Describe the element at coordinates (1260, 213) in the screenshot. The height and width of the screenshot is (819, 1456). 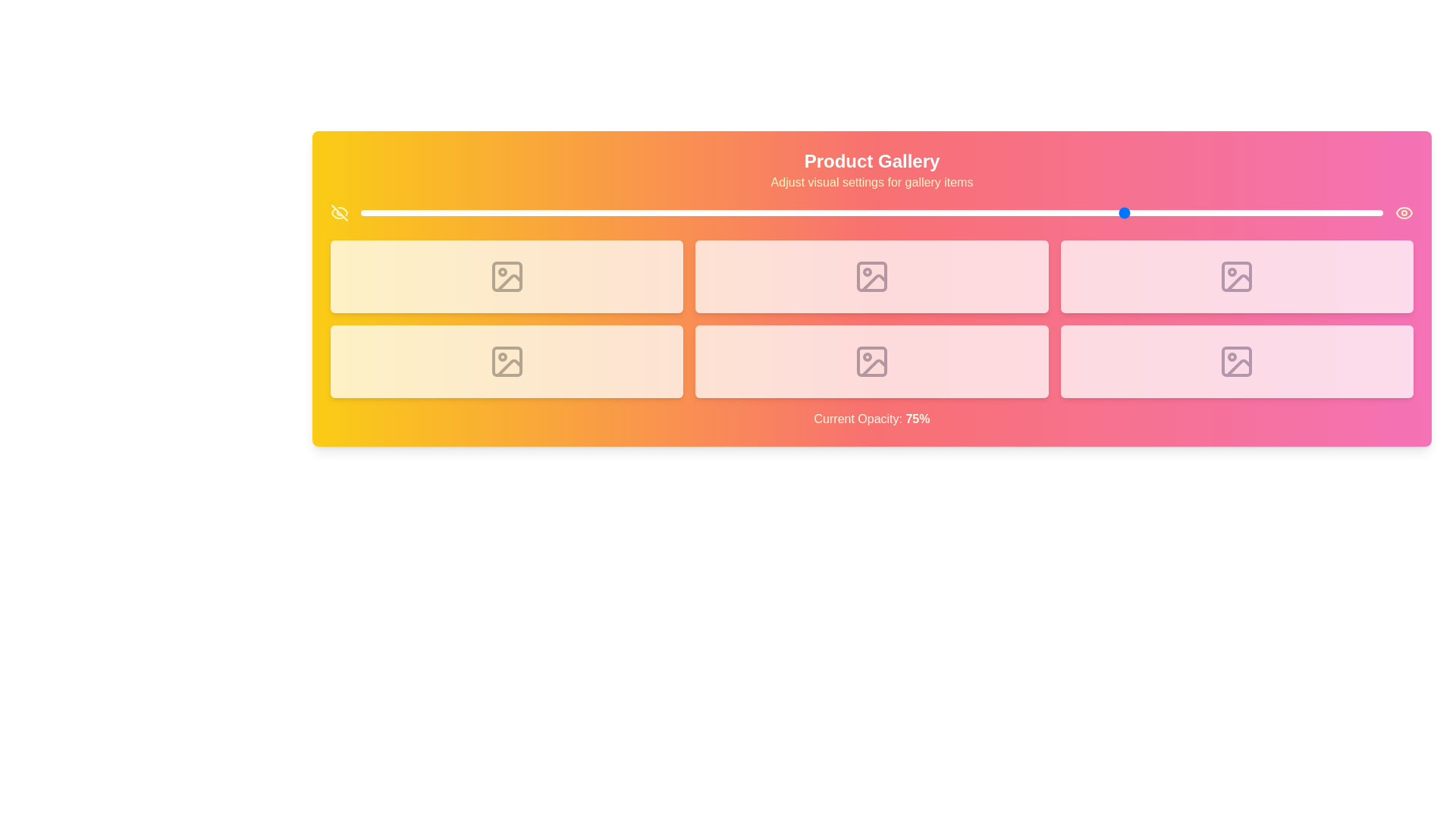
I see `the opacity of the gallery items to 88% using the slider` at that location.